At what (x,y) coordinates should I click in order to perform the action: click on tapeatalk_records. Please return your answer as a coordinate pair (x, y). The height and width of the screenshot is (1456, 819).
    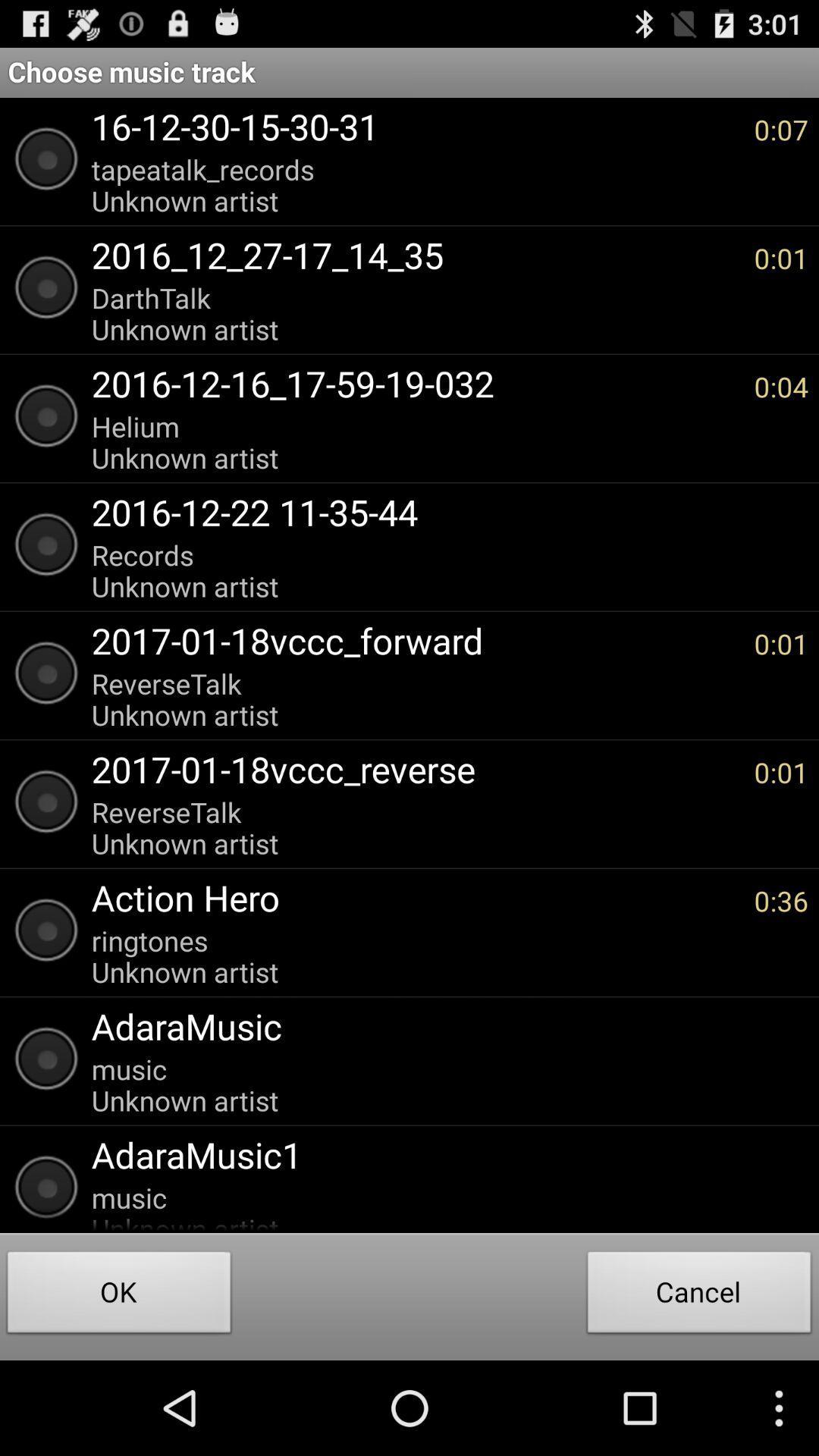
    Looking at the image, I should click on (415, 184).